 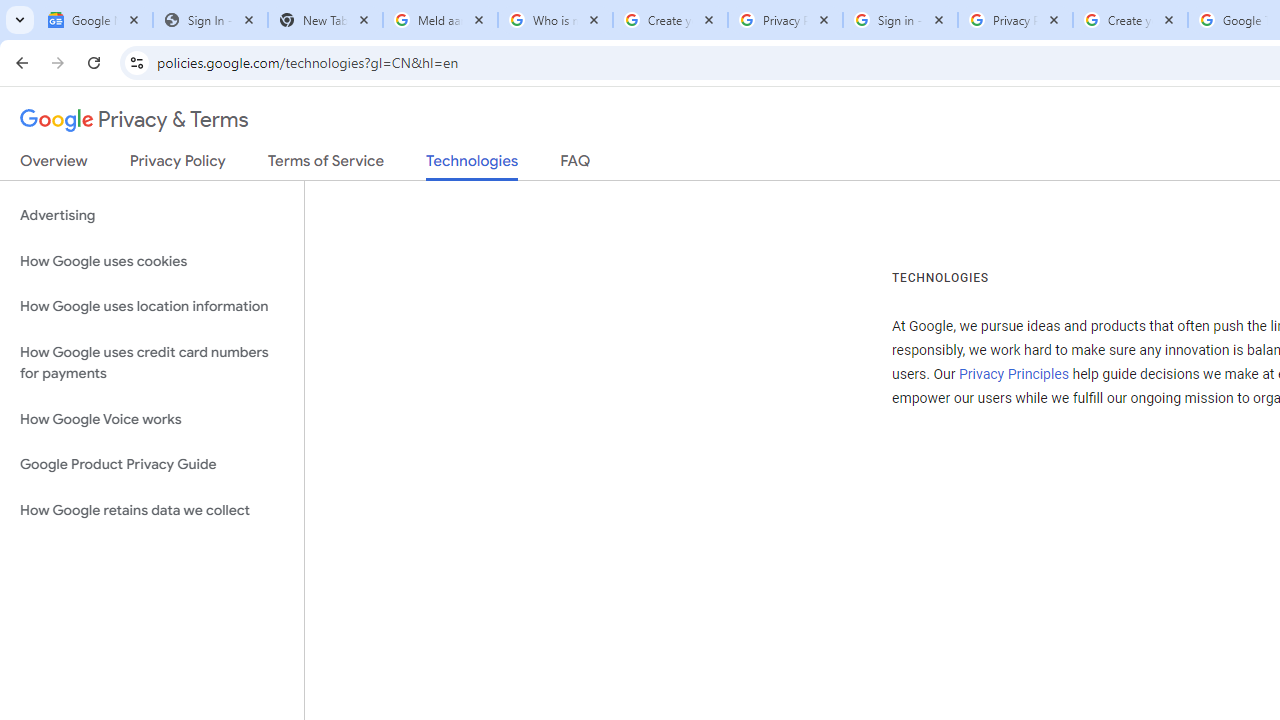 I want to click on 'Create your Google Account', so click(x=1130, y=20).